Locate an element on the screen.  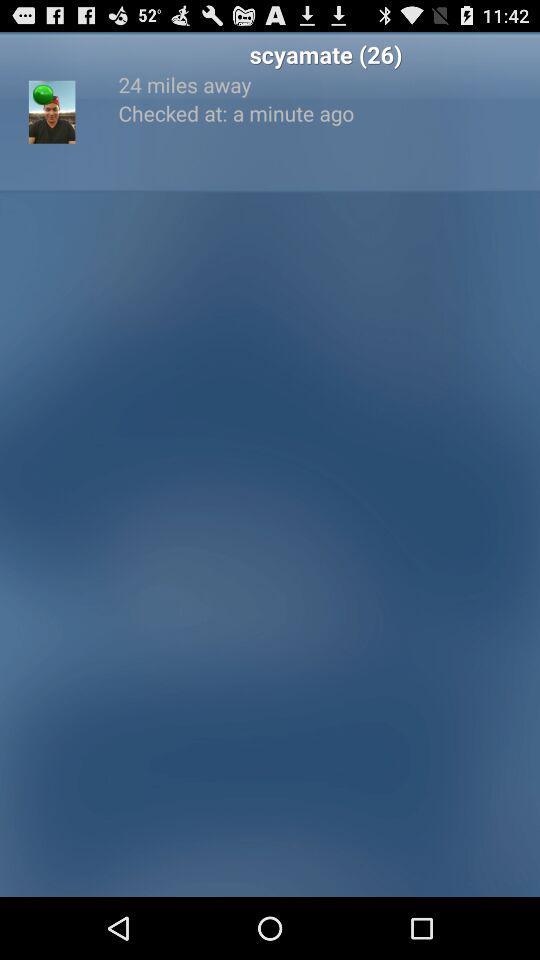
the item next to 24 miles away is located at coordinates (43, 94).